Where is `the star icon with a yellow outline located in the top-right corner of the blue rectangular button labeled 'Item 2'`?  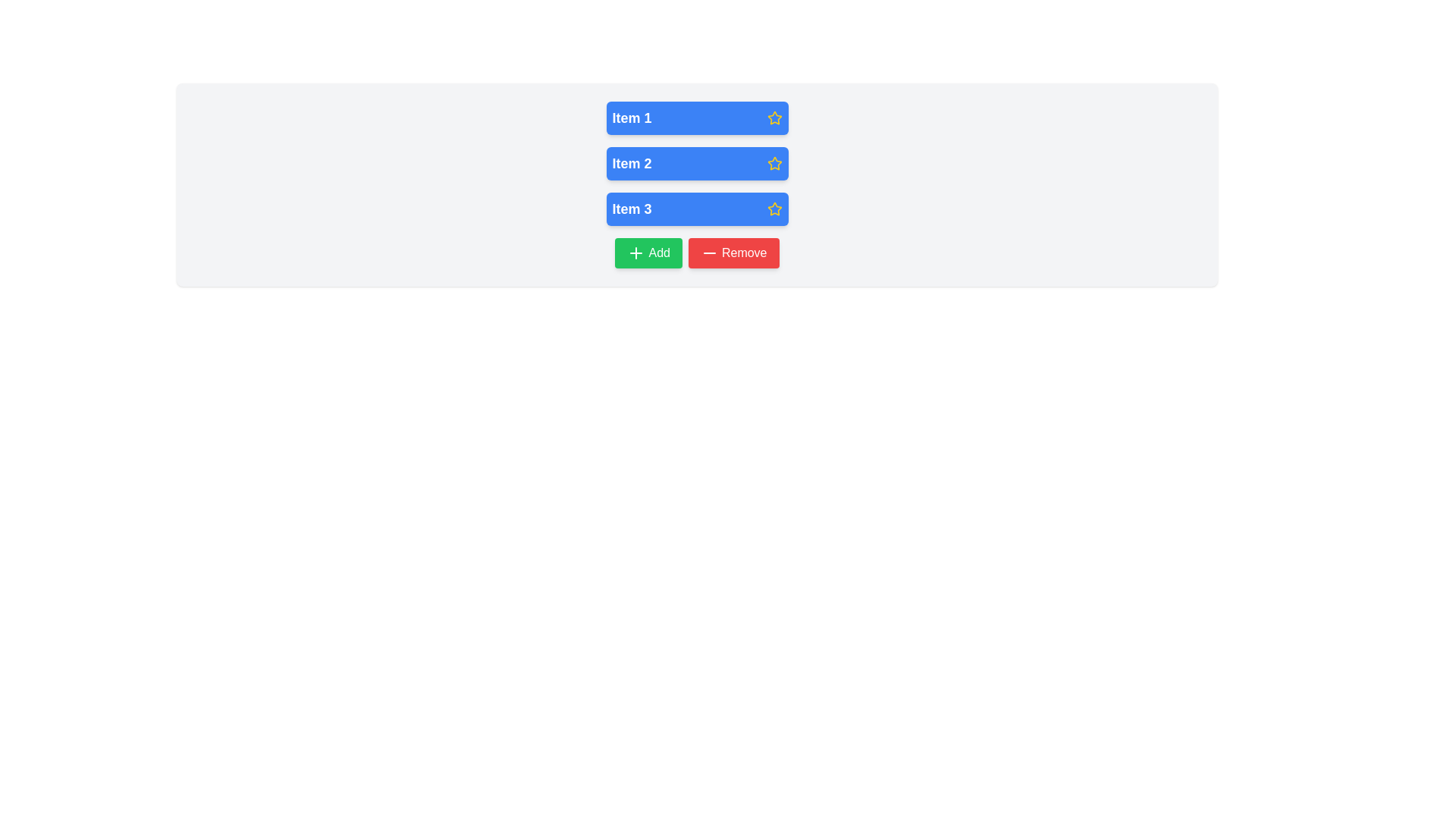
the star icon with a yellow outline located in the top-right corner of the blue rectangular button labeled 'Item 2' is located at coordinates (774, 163).